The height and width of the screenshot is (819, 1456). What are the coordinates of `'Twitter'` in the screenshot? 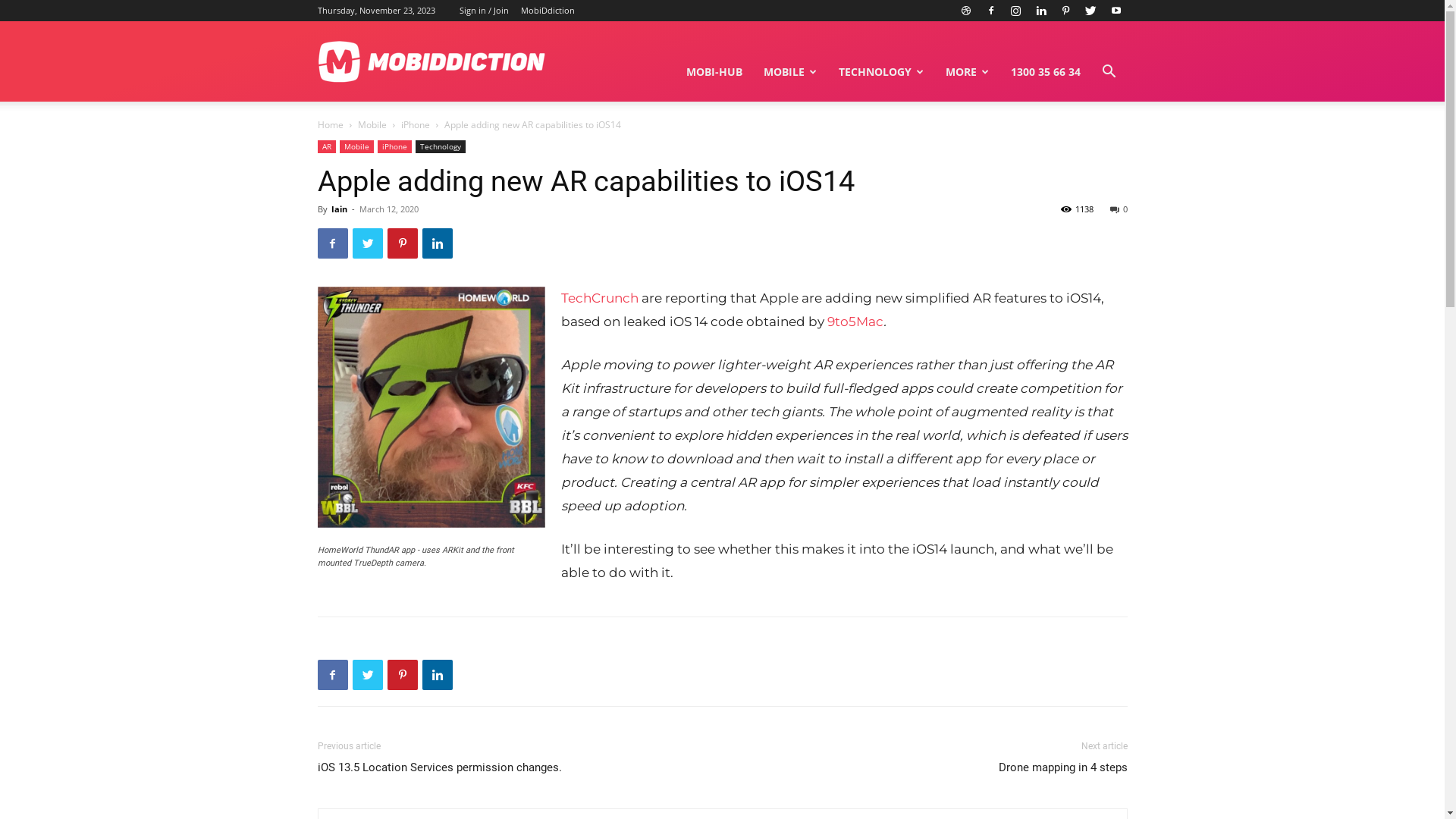 It's located at (1090, 11).